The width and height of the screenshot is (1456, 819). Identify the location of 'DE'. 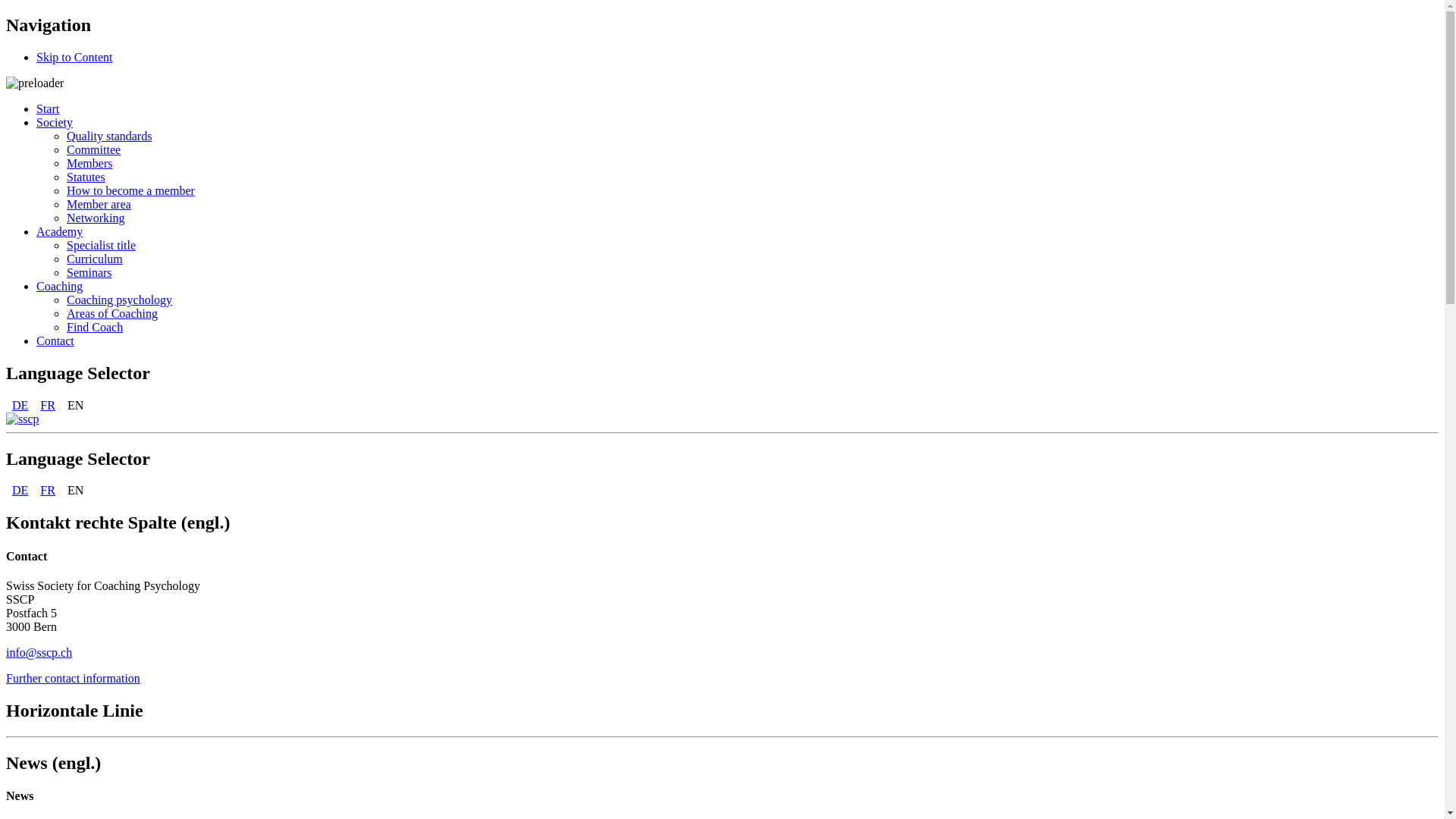
(6, 404).